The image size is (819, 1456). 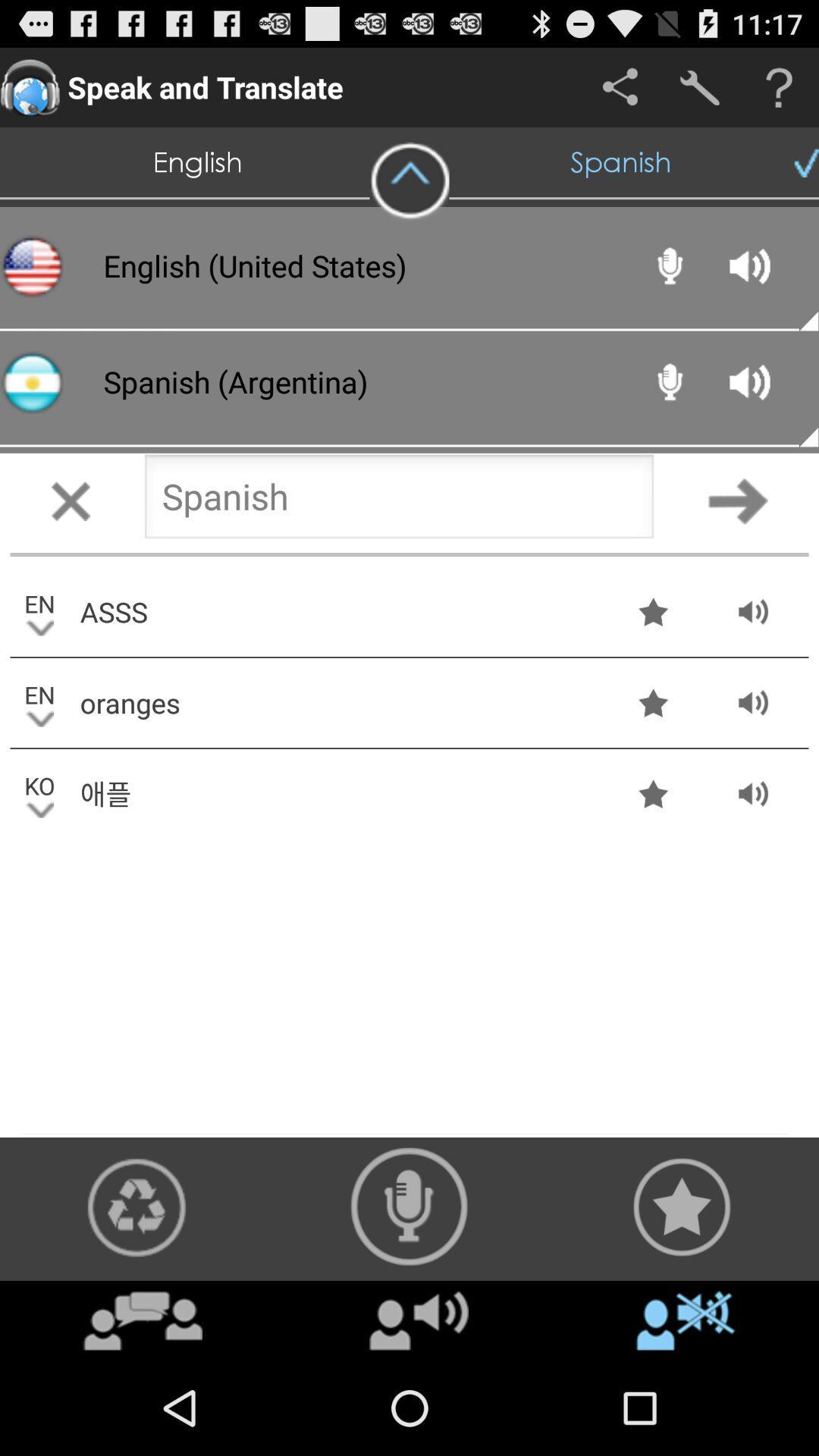 What do you see at coordinates (398, 500) in the screenshot?
I see `previous` at bounding box center [398, 500].